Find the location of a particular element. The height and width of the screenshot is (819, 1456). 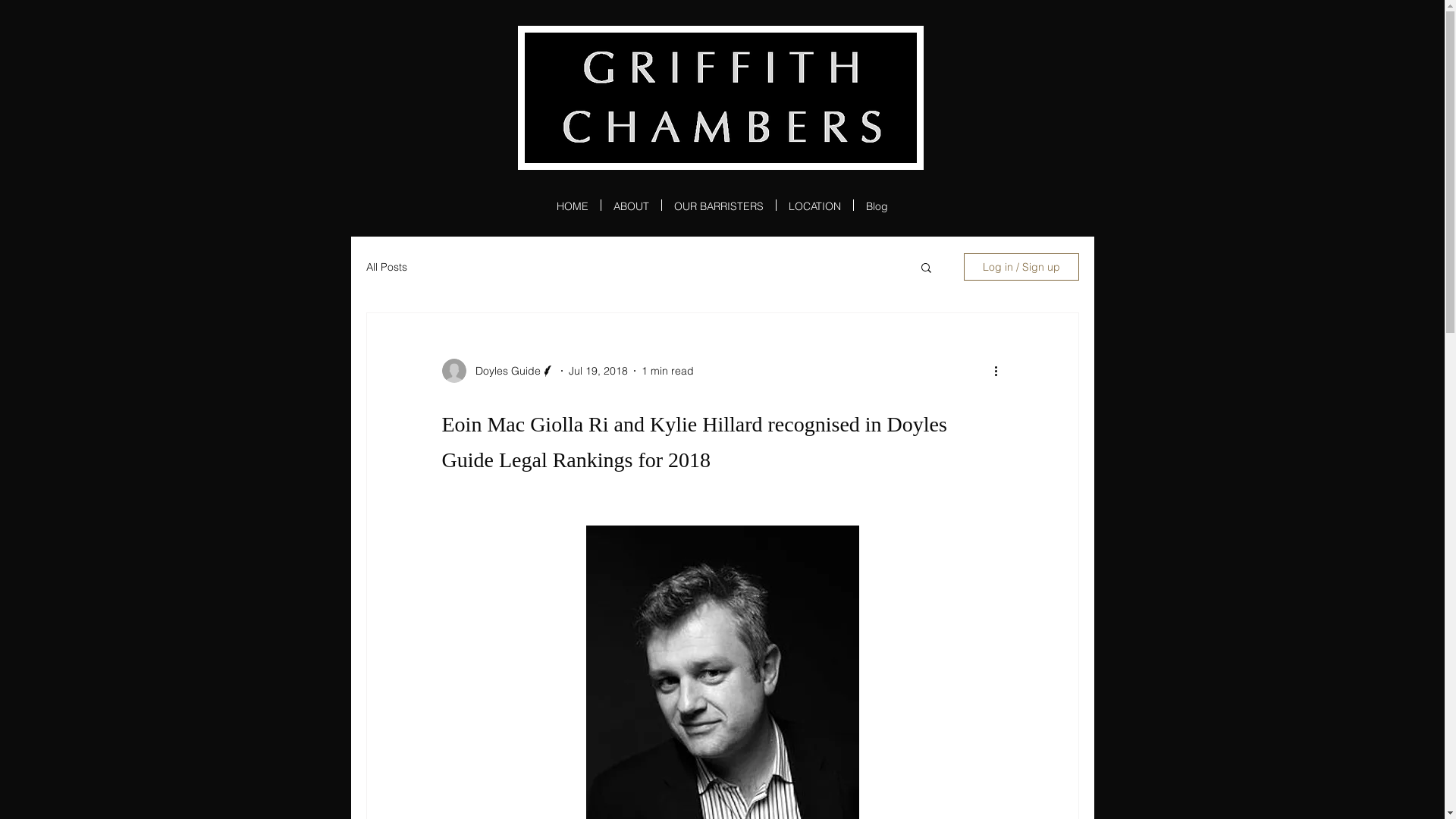

'Log in / Sign up' is located at coordinates (962, 265).